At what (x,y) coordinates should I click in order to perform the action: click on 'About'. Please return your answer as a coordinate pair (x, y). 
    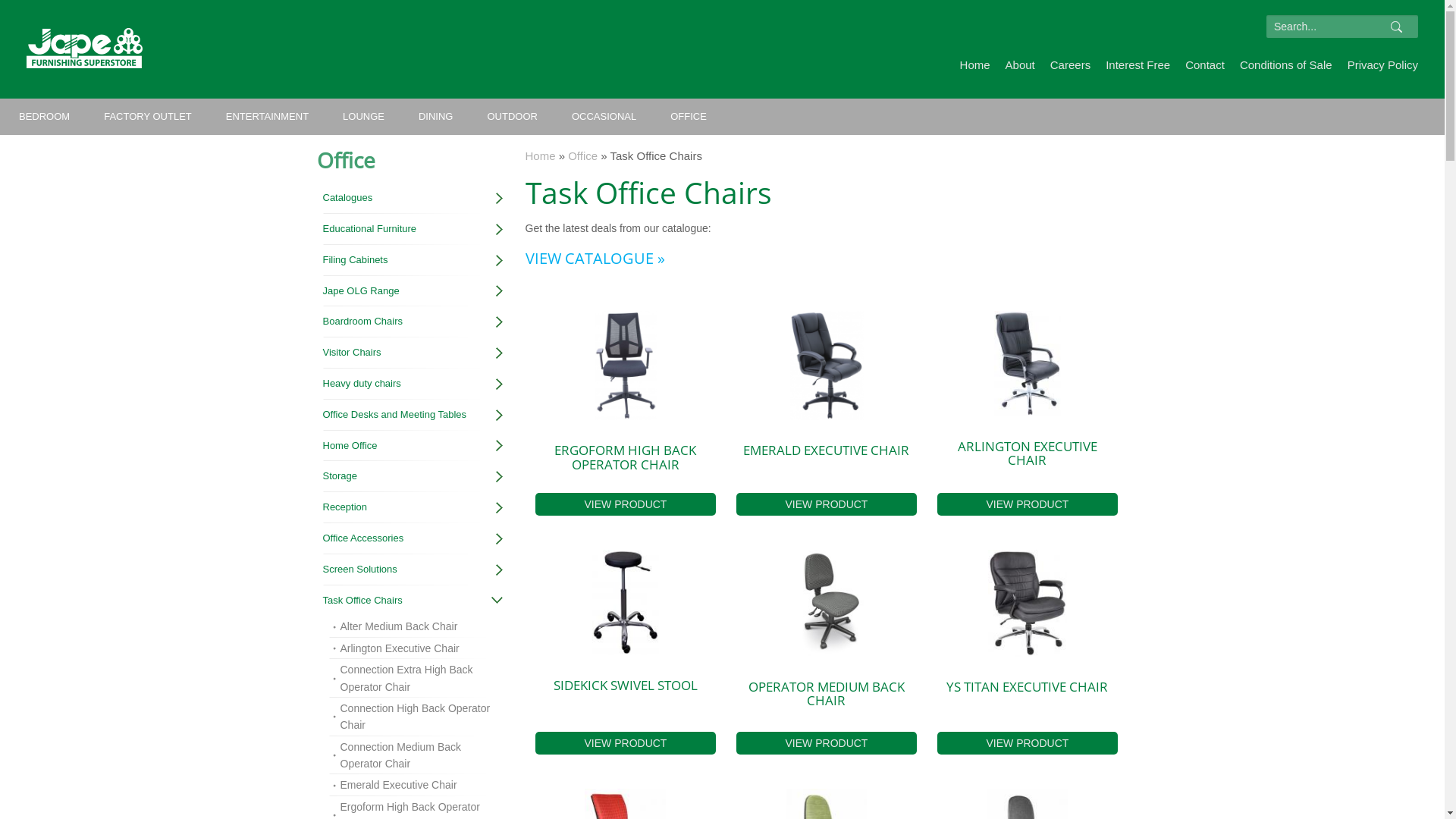
    Looking at the image, I should click on (1020, 64).